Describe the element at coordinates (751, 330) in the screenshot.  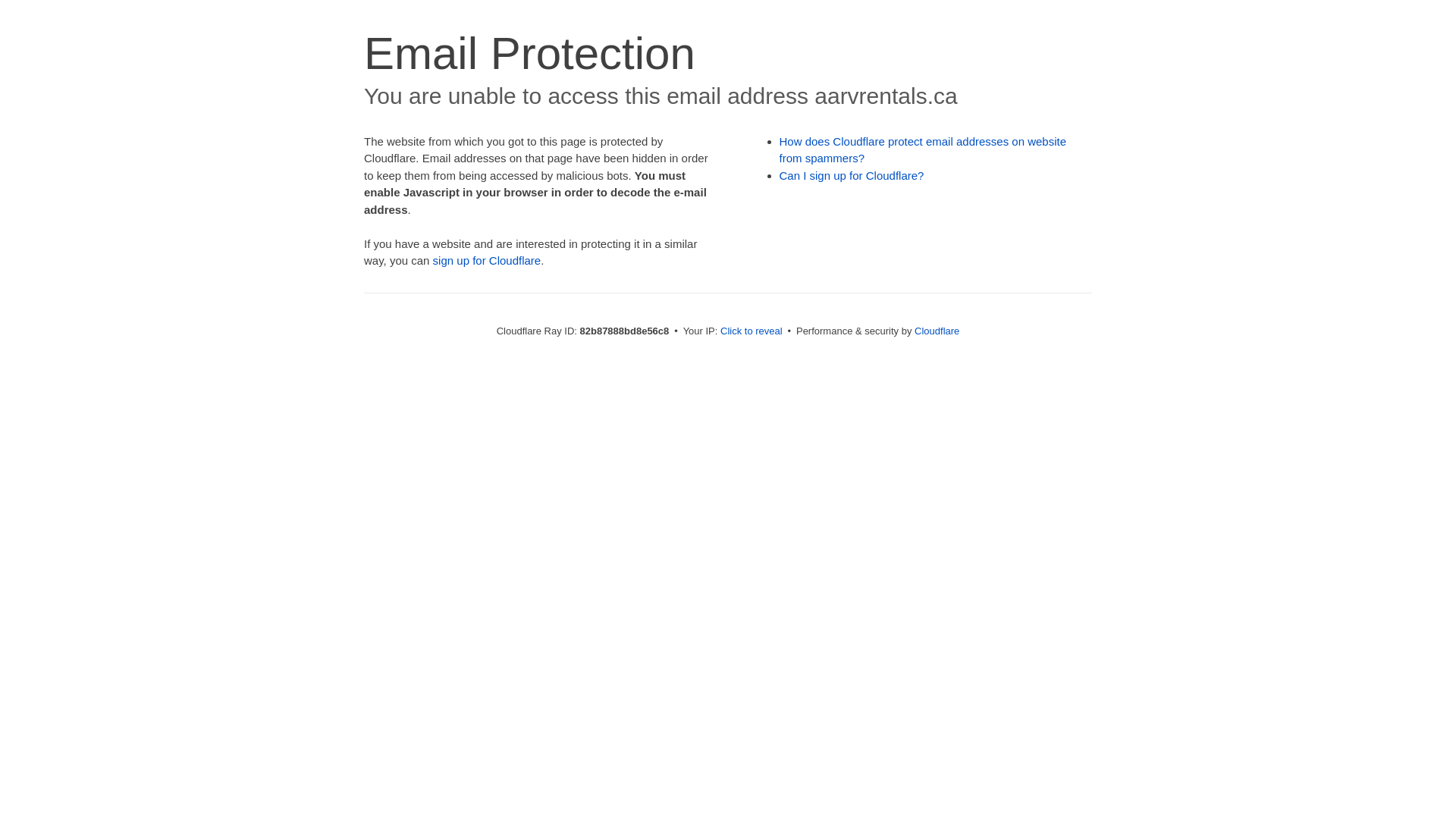
I see `'Click to reveal'` at that location.